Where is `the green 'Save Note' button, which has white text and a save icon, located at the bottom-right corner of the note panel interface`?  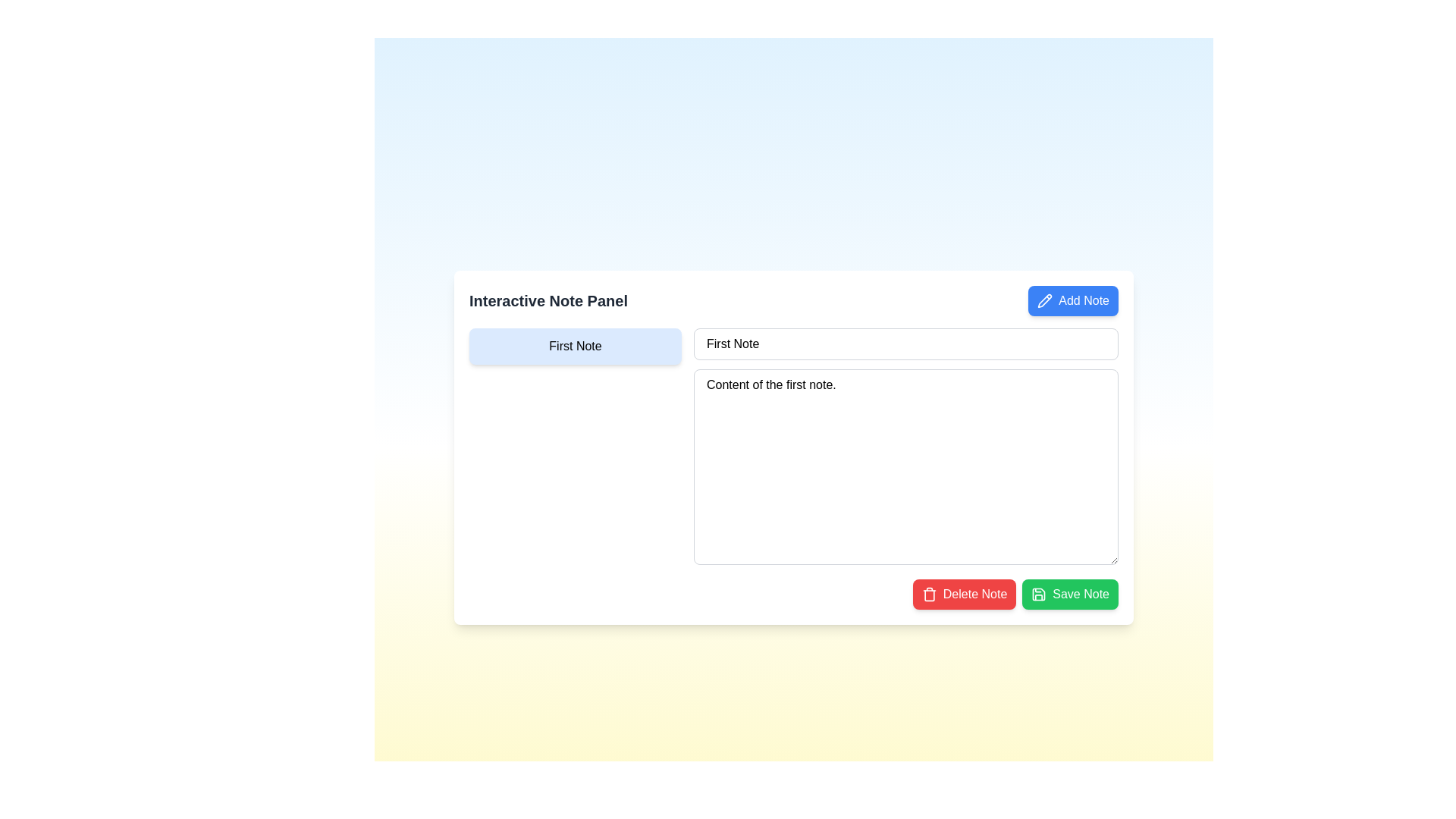 the green 'Save Note' button, which has white text and a save icon, located at the bottom-right corner of the note panel interface is located at coordinates (1069, 593).